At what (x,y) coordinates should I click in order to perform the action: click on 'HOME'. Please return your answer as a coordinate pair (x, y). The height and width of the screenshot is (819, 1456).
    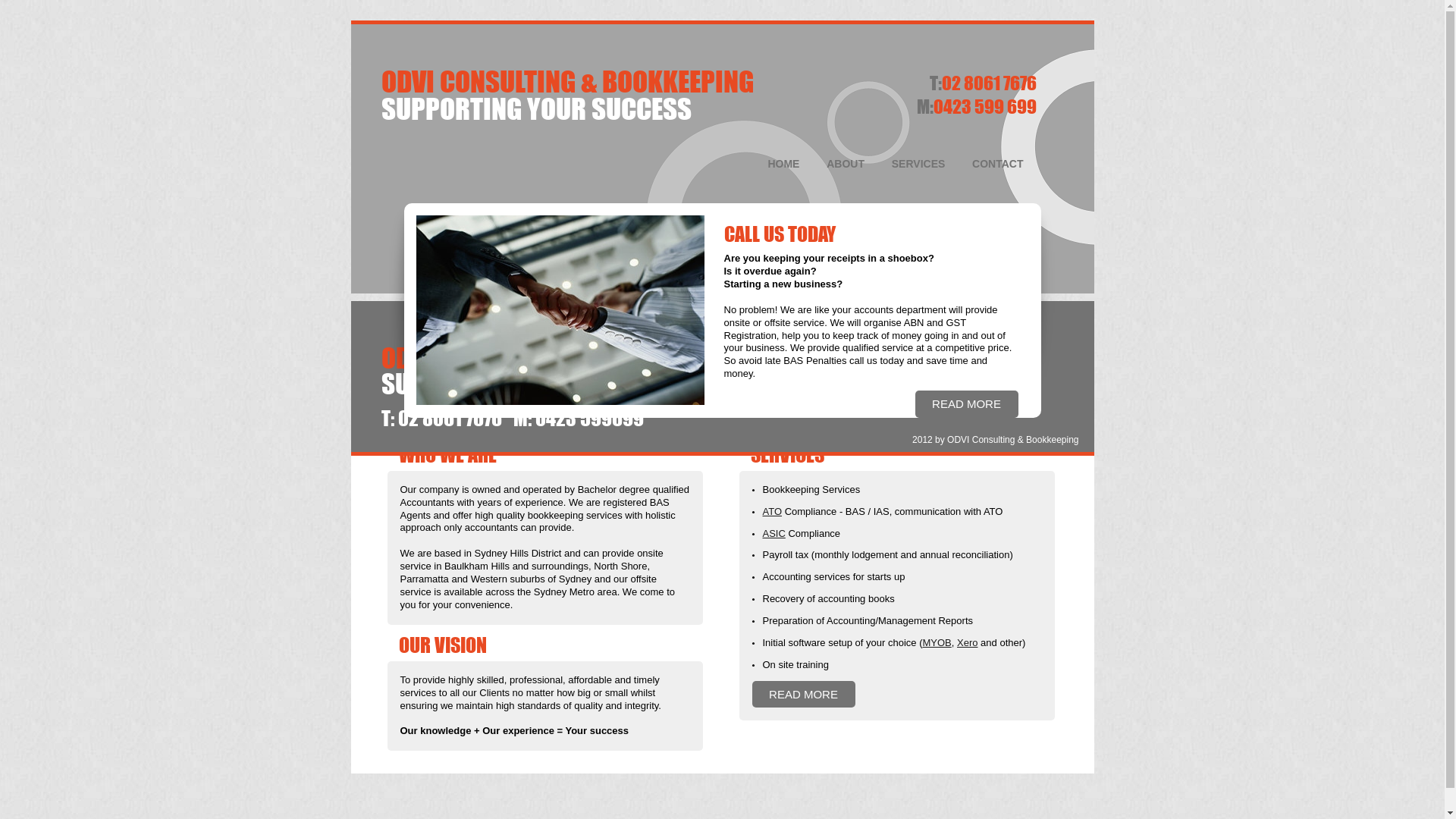
    Looking at the image, I should click on (783, 164).